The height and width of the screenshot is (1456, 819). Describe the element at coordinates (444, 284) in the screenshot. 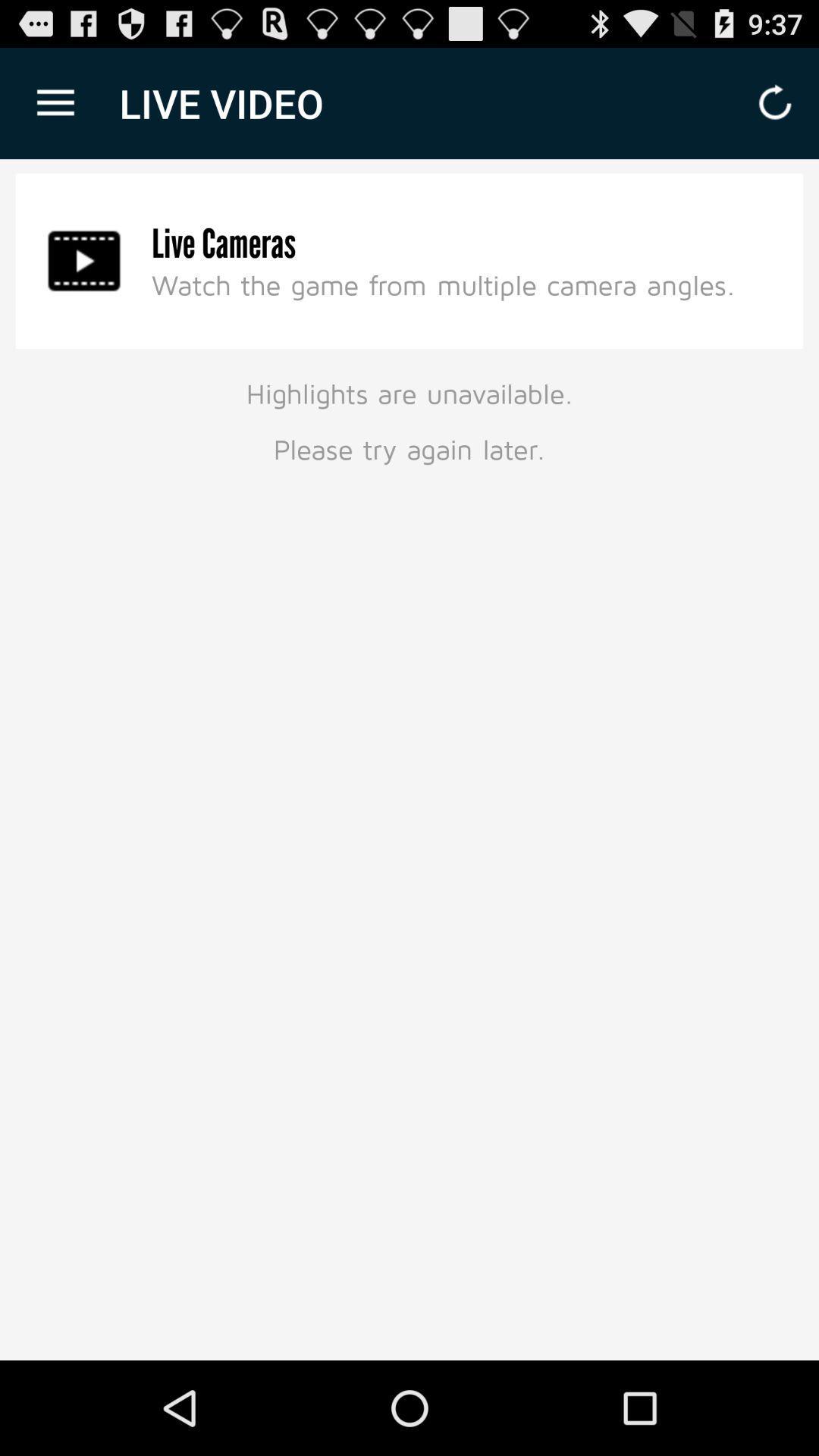

I see `watch the game icon` at that location.